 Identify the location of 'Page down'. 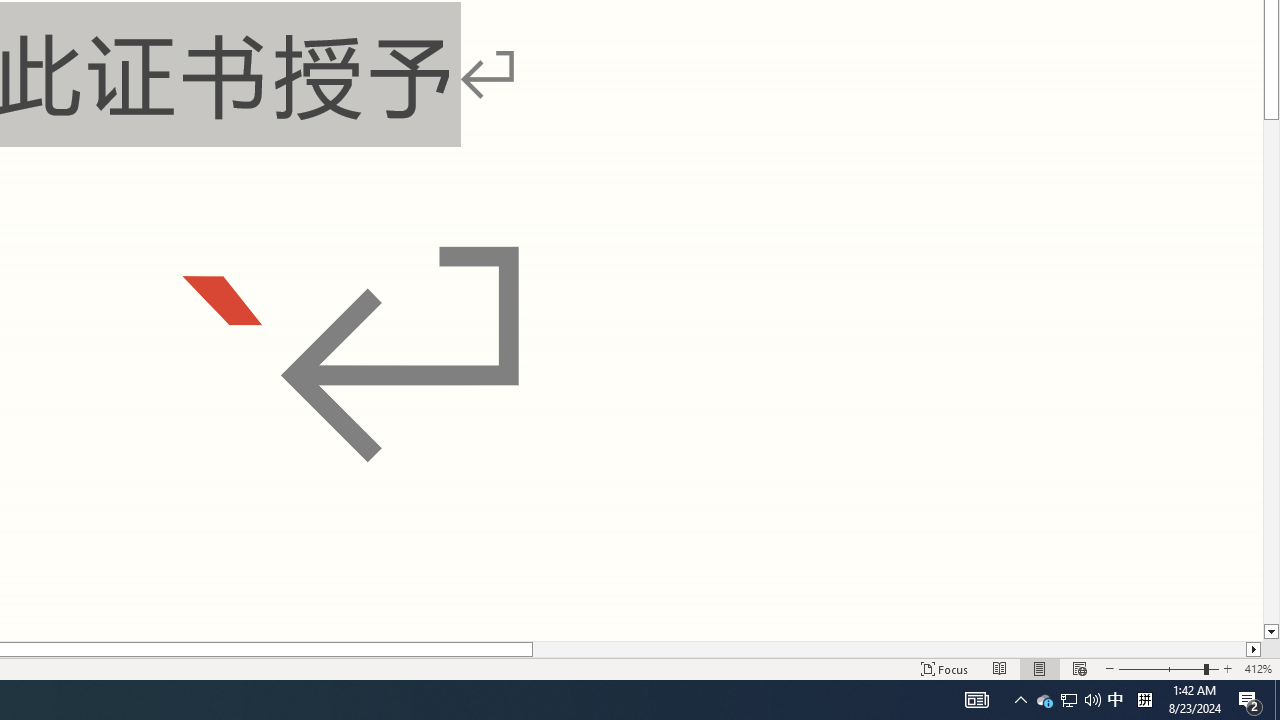
(1270, 372).